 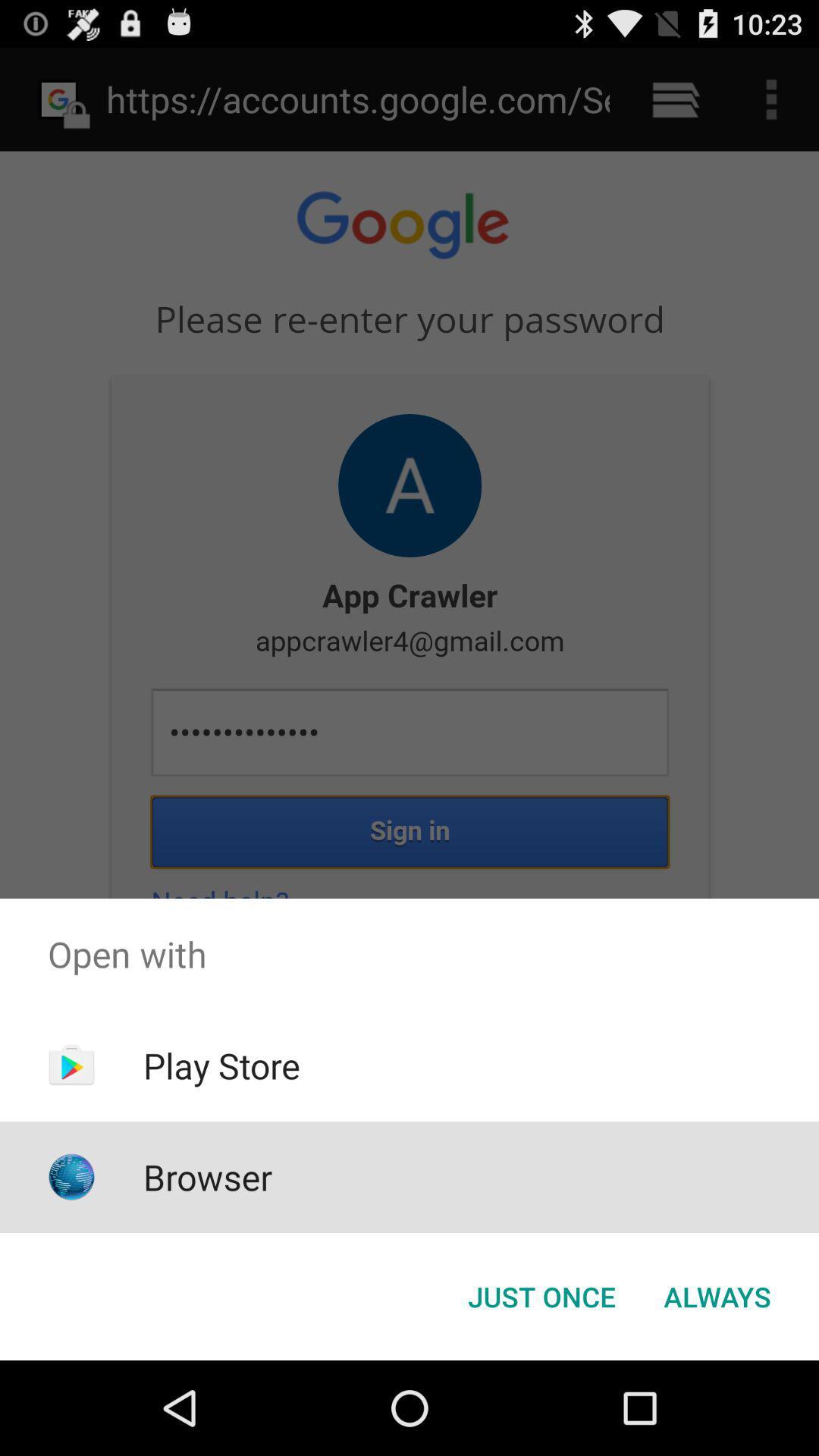 What do you see at coordinates (221, 1065) in the screenshot?
I see `app below the open with` at bounding box center [221, 1065].